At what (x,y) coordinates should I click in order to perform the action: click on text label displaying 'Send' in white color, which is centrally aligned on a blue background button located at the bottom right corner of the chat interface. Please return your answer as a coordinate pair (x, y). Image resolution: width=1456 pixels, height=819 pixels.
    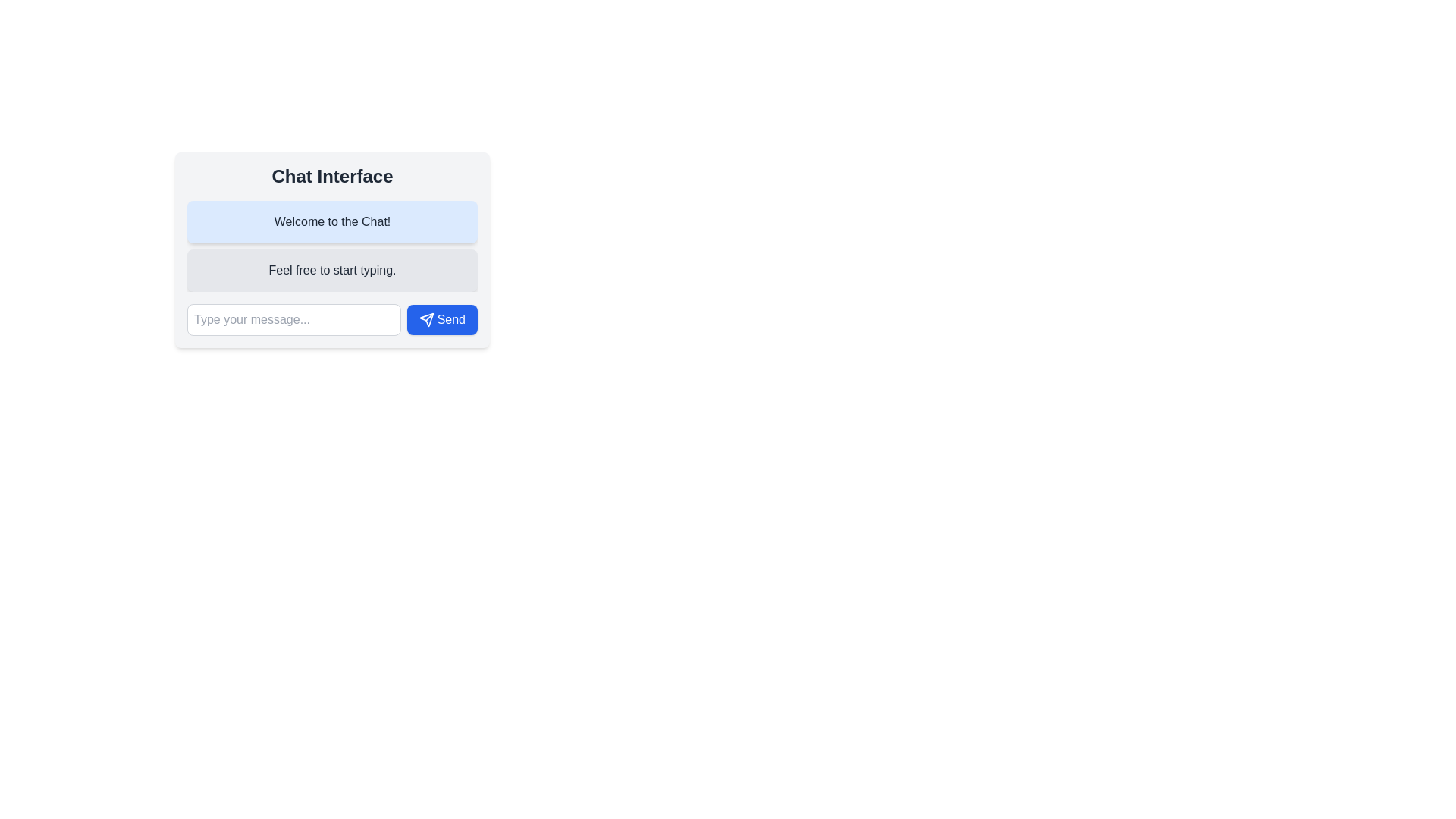
    Looking at the image, I should click on (450, 318).